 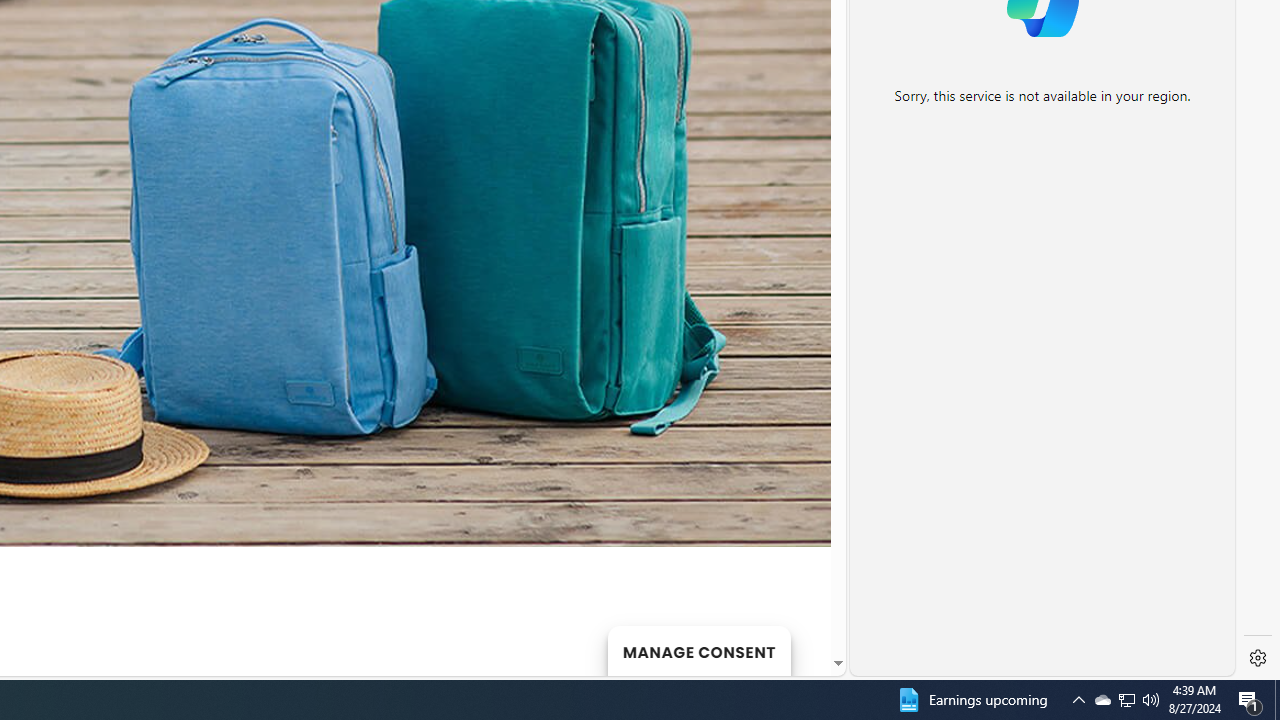 I want to click on 'MANAGE CONSENT', so click(x=698, y=650).